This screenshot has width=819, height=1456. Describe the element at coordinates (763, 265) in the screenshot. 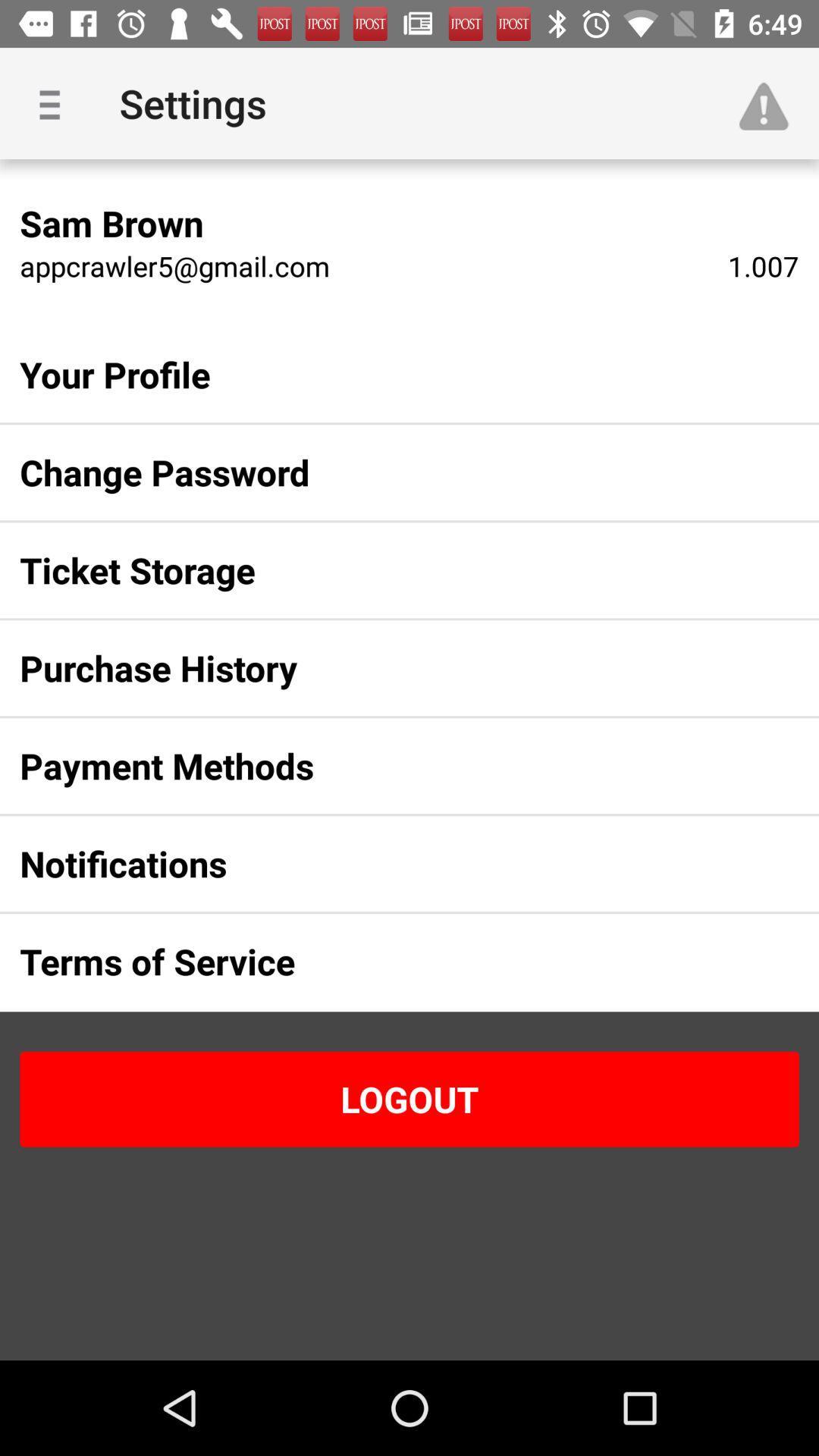

I see `1.007` at that location.